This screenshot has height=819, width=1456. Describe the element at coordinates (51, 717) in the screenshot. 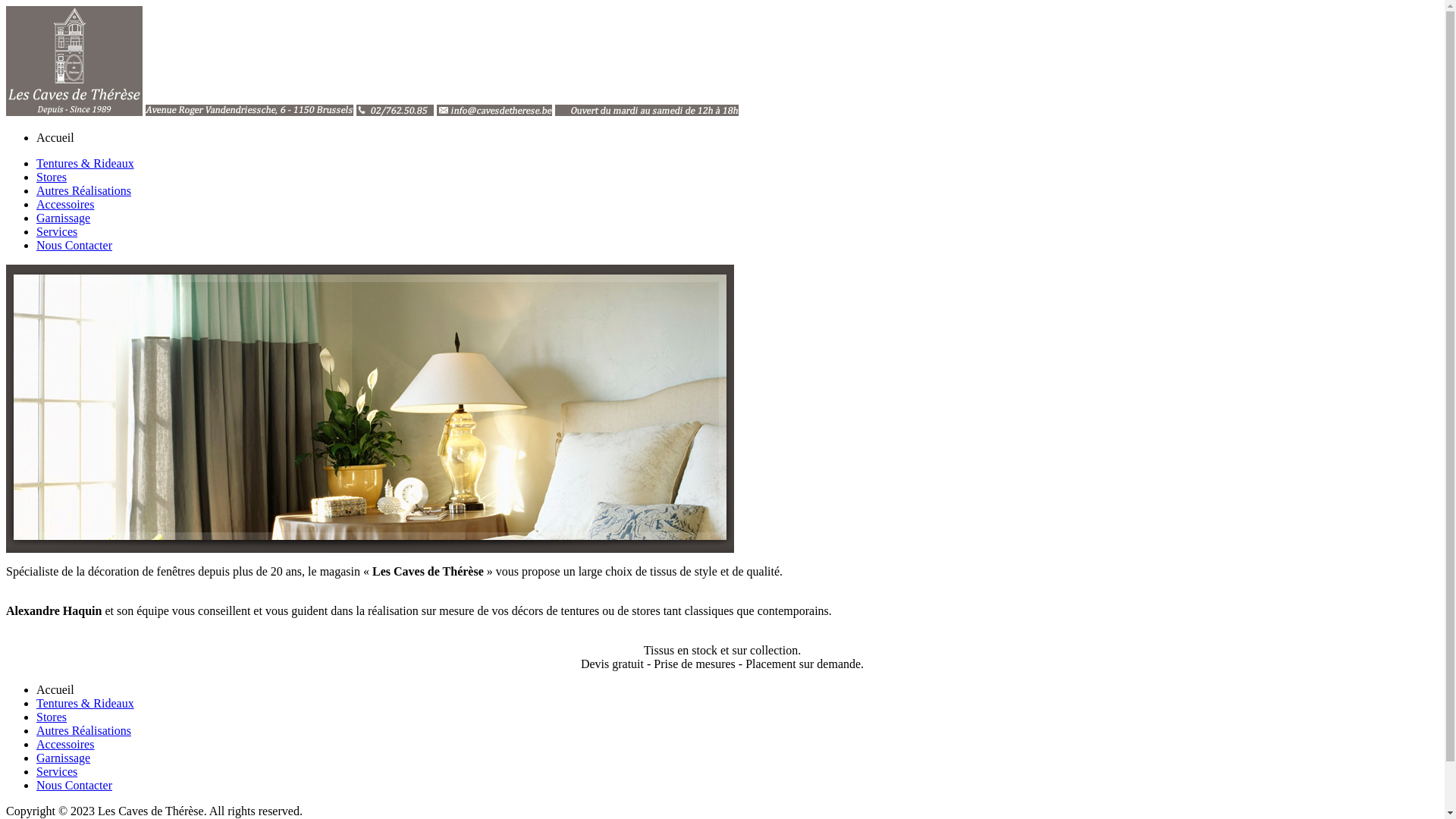

I see `'Stores'` at that location.